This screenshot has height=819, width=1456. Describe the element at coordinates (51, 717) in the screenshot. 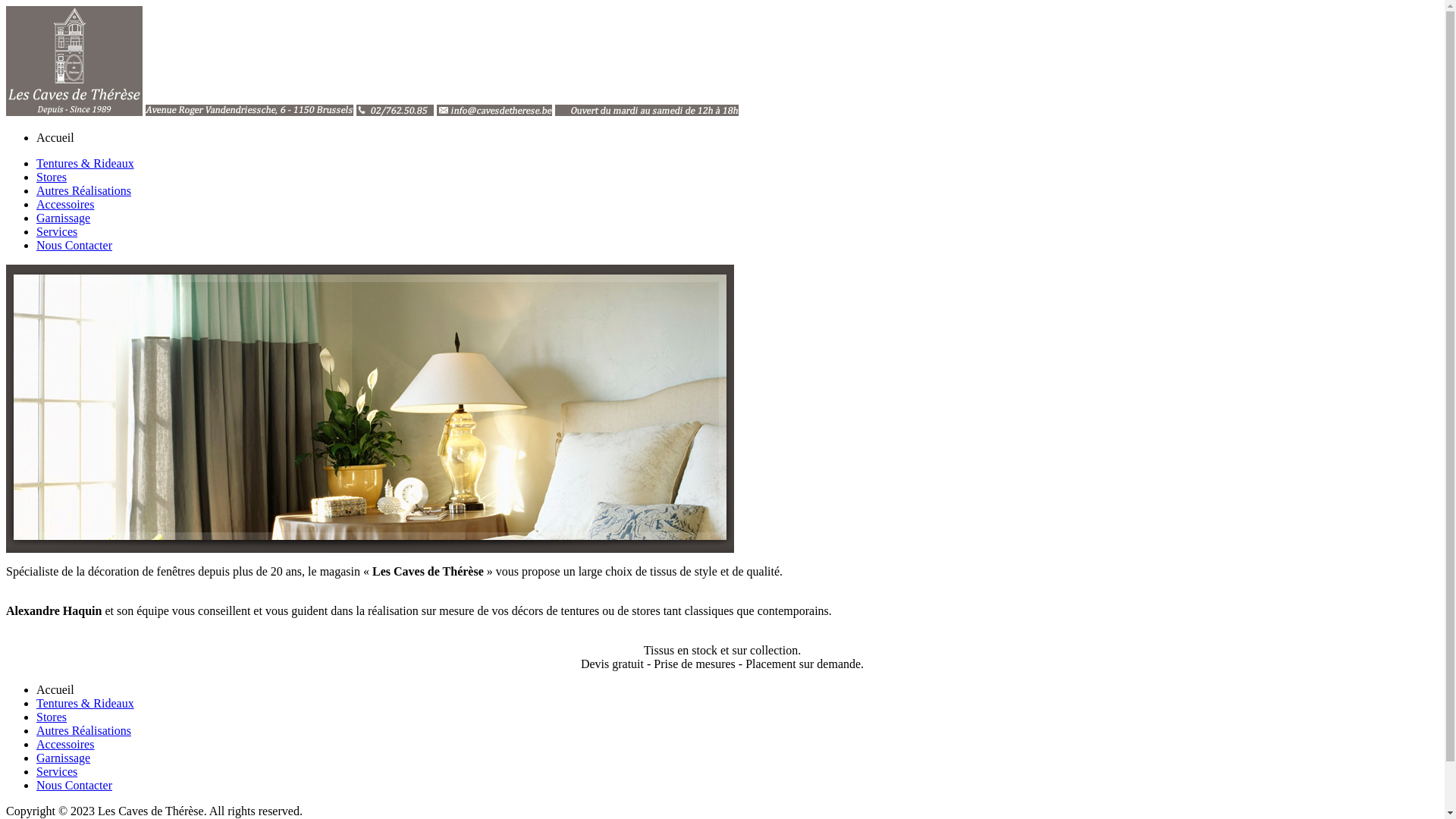

I see `'Stores'` at that location.